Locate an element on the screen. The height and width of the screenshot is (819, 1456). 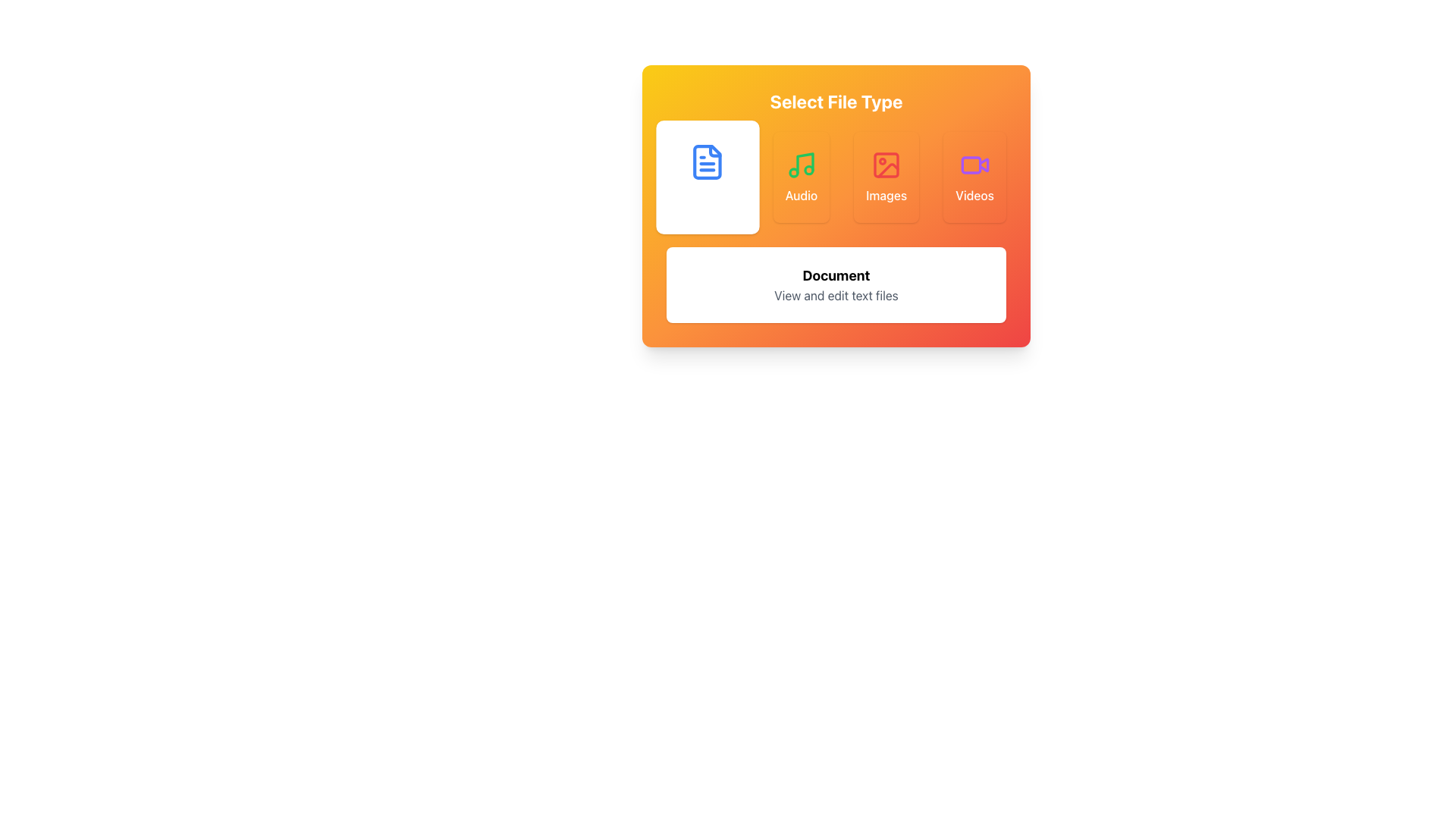
the 'Videos' icon, which is the fourth option in the horizontal list under the 'Select File Type' heading, indicating video-related actions is located at coordinates (974, 165).